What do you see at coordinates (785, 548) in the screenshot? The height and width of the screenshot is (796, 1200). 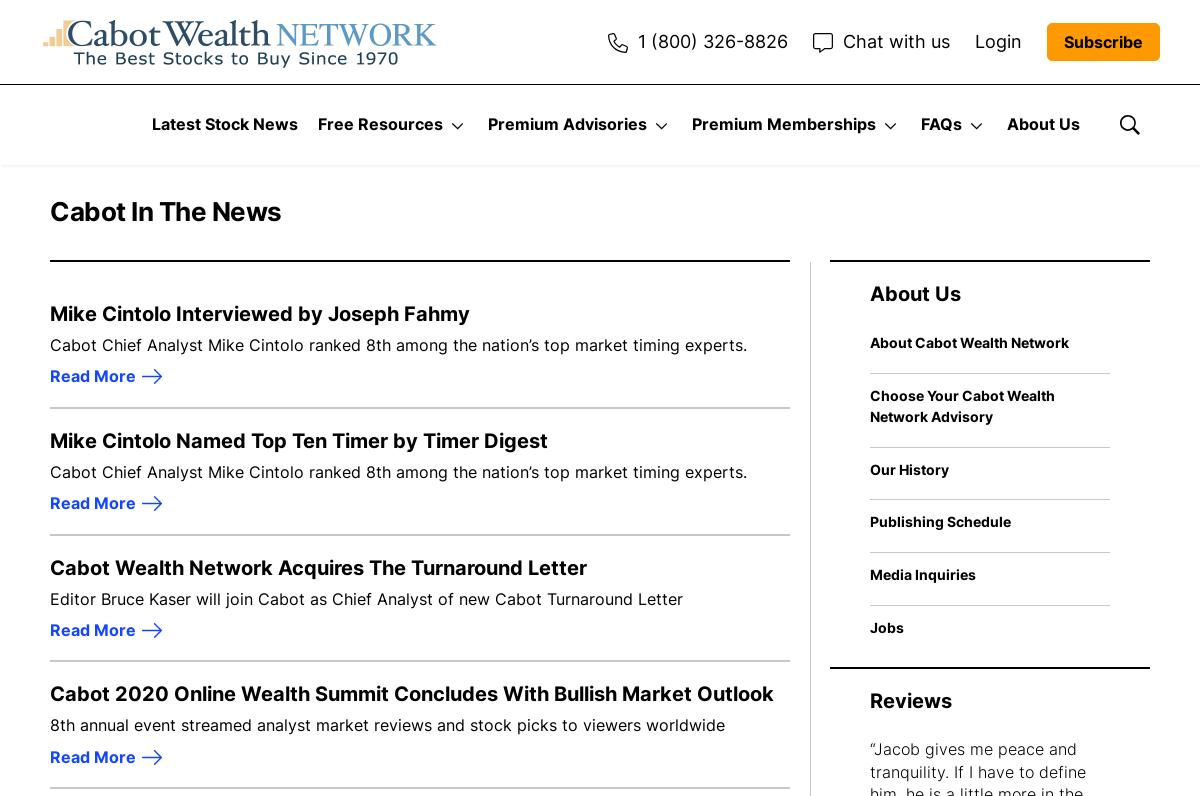 I see `'Cabot Profit Booster'` at bounding box center [785, 548].